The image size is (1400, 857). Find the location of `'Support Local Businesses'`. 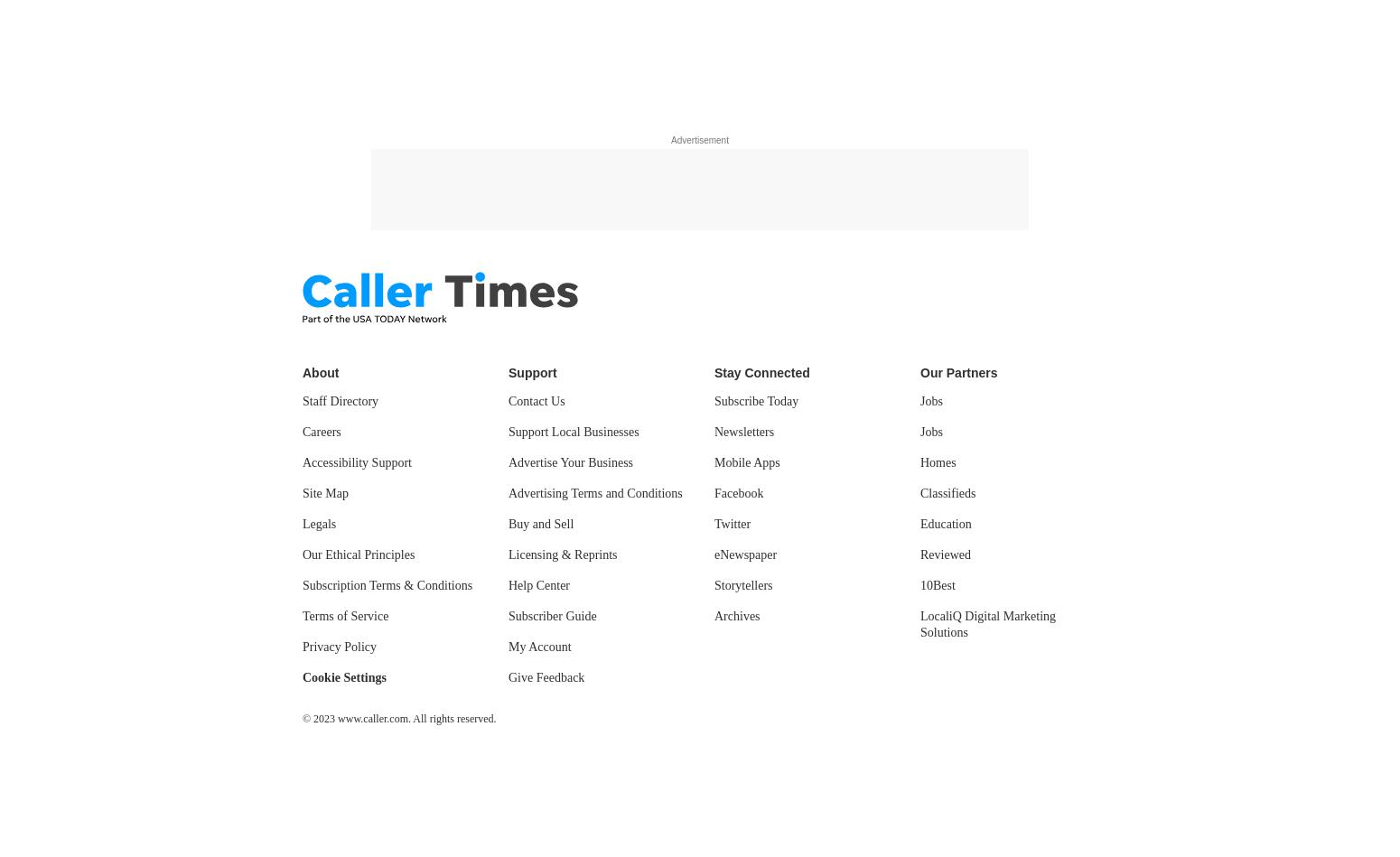

'Support Local Businesses' is located at coordinates (573, 431).